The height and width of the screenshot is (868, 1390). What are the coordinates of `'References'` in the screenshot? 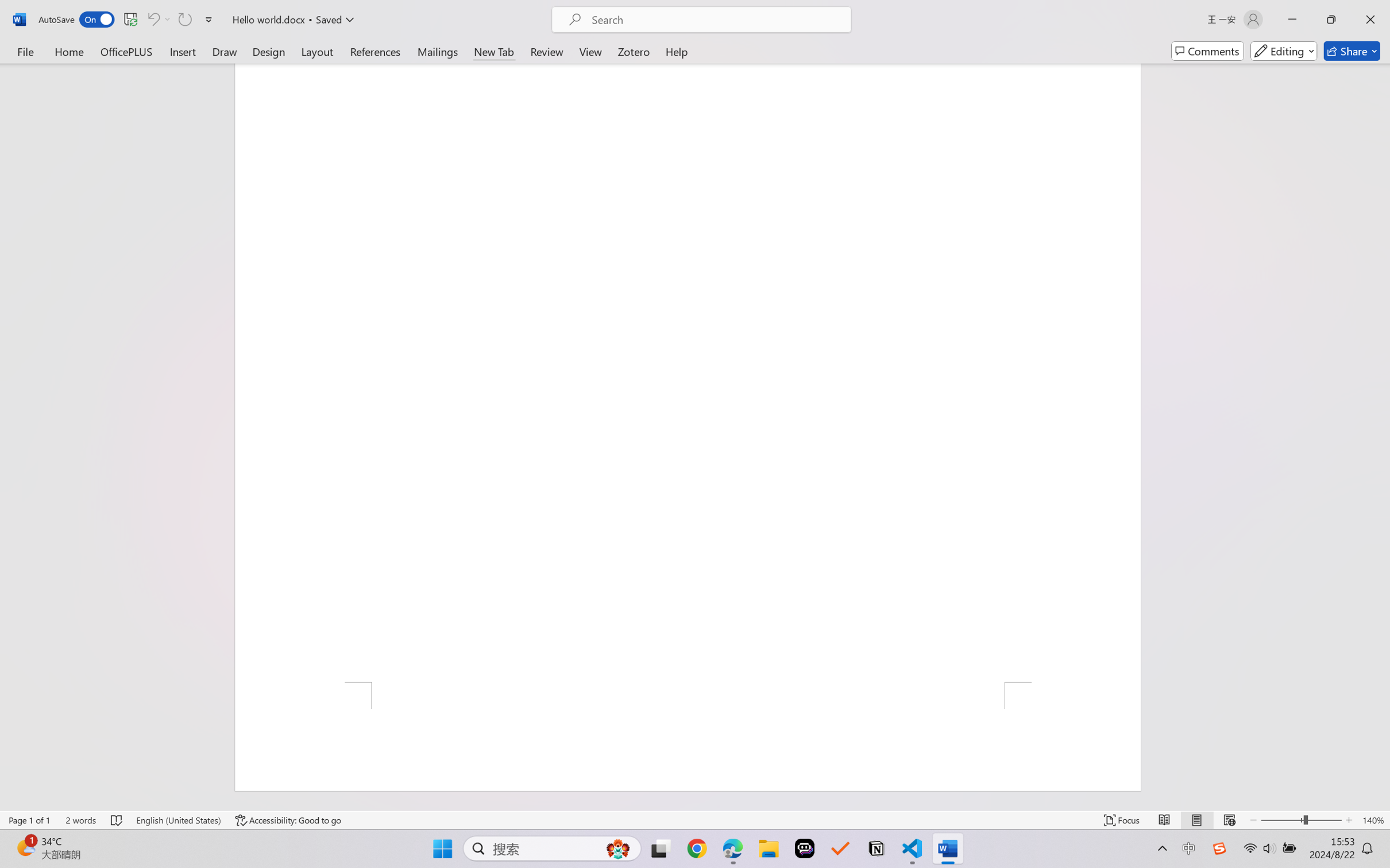 It's located at (375, 51).